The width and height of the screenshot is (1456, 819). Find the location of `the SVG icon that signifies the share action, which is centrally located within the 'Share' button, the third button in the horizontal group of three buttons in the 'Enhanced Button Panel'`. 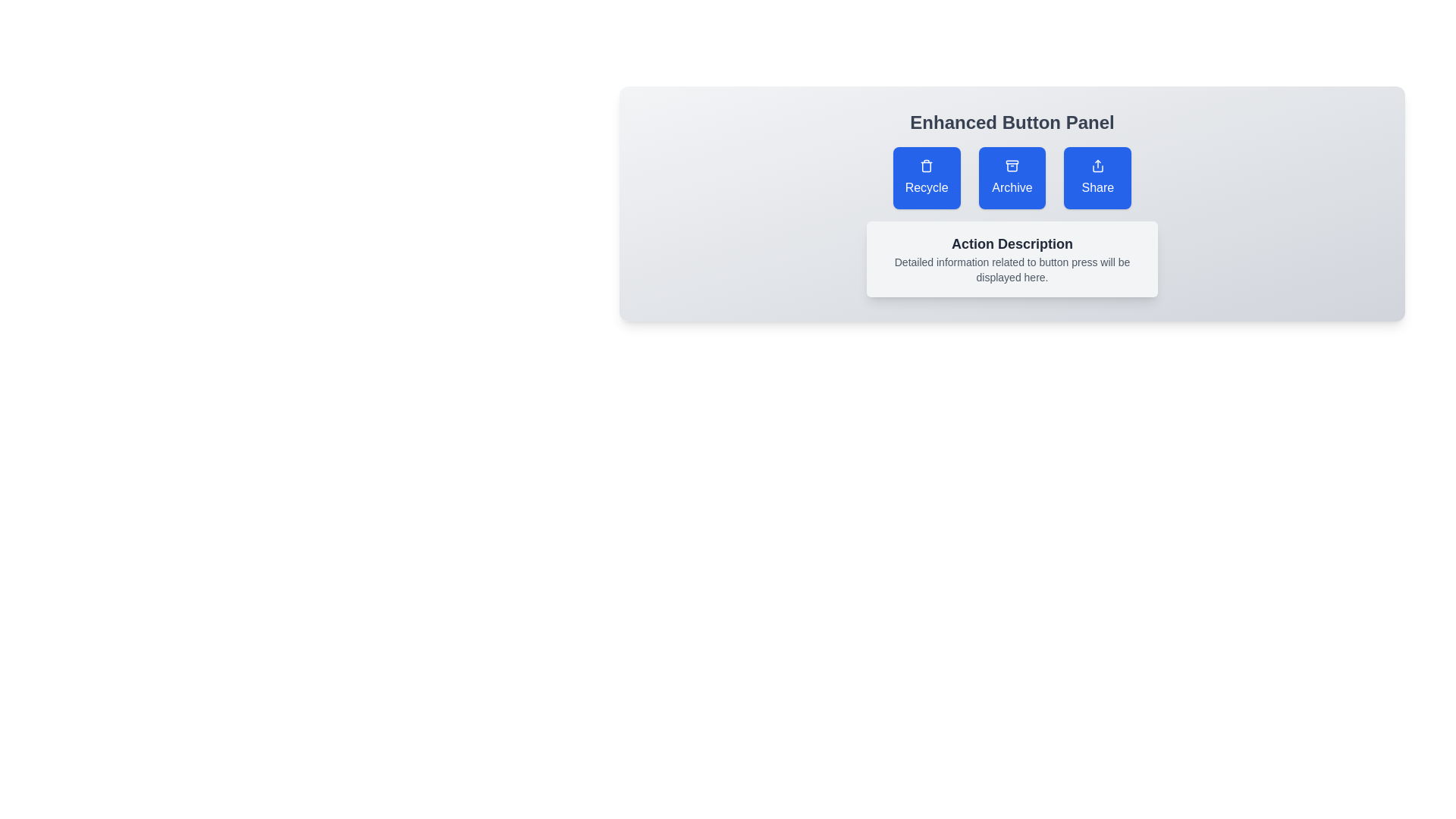

the SVG icon that signifies the share action, which is centrally located within the 'Share' button, the third button in the horizontal group of three buttons in the 'Enhanced Button Panel' is located at coordinates (1097, 166).